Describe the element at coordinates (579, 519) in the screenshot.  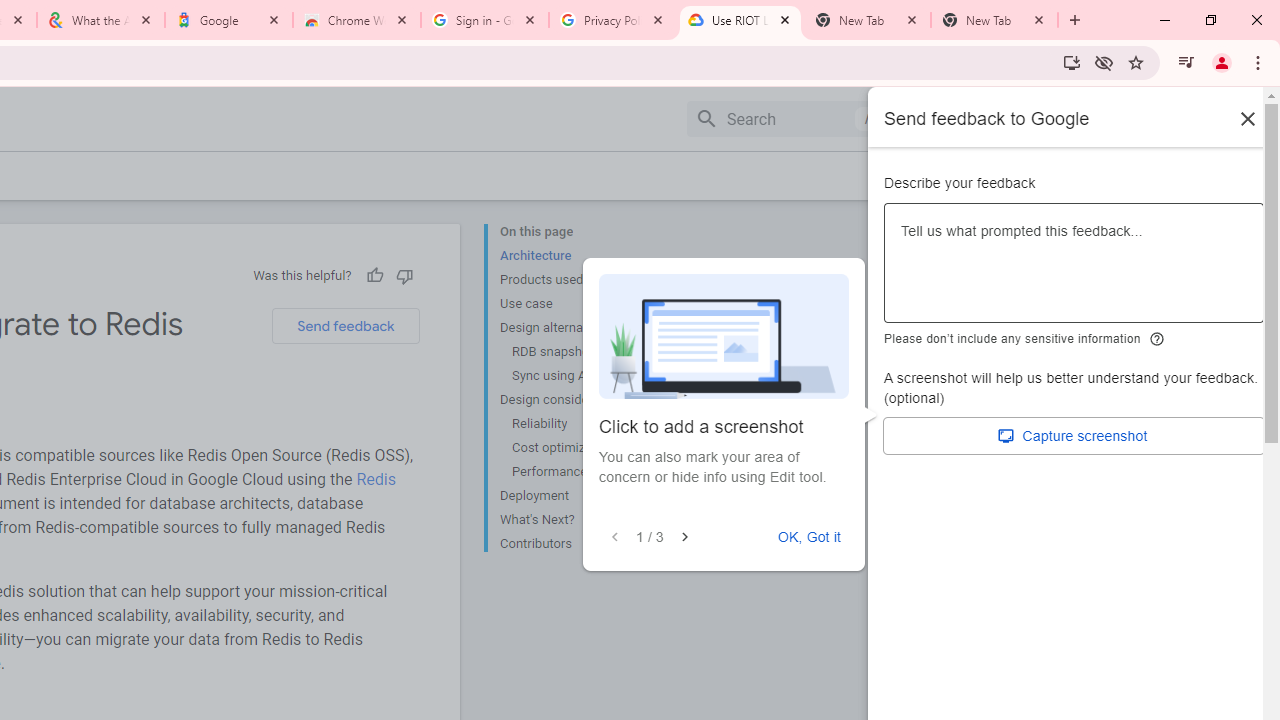
I see `'What'` at that location.